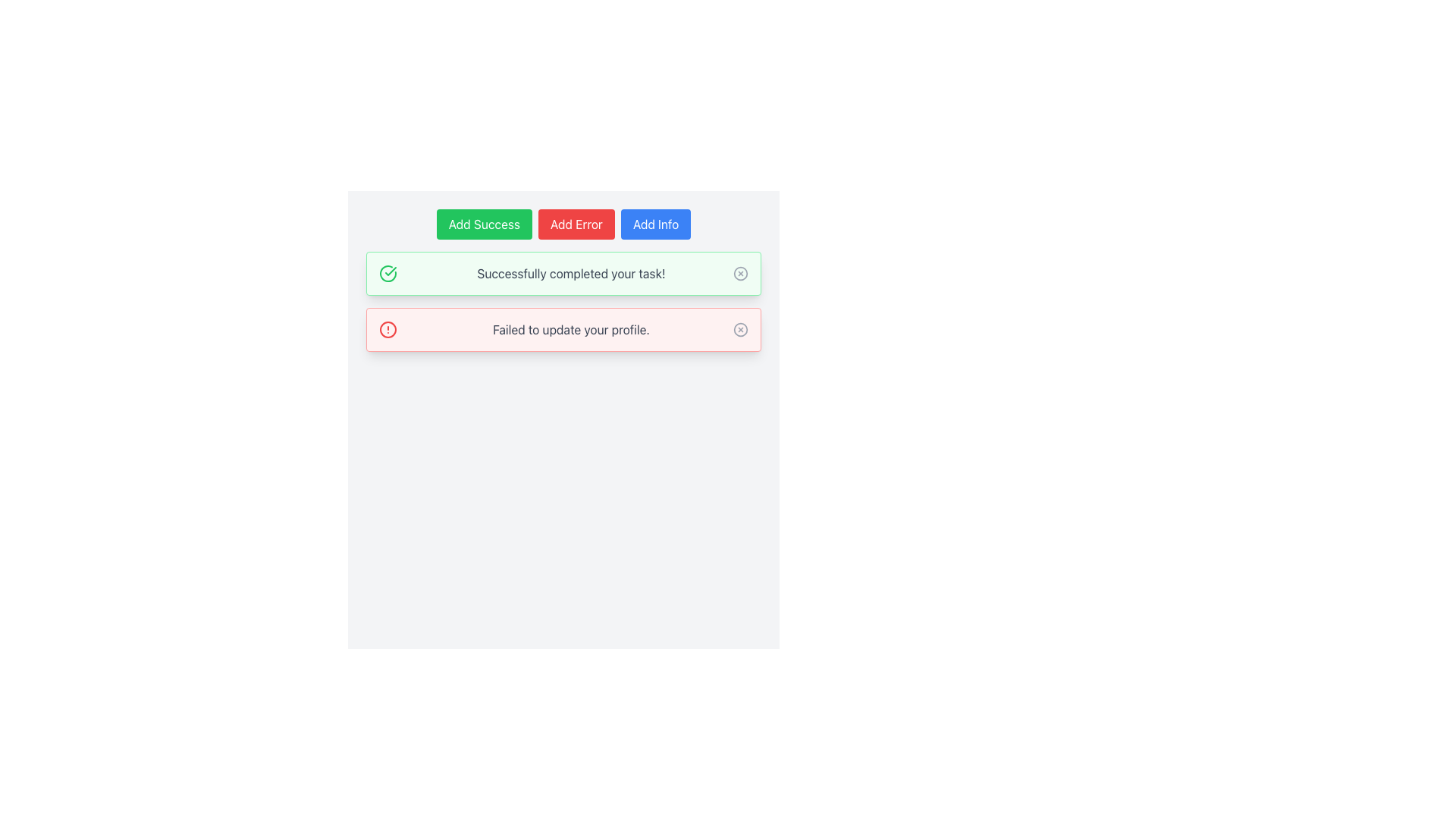 This screenshot has width=1456, height=819. I want to click on the Dismiss Button (Icon) located at the far right of the notification panel to change its appearance, so click(741, 329).